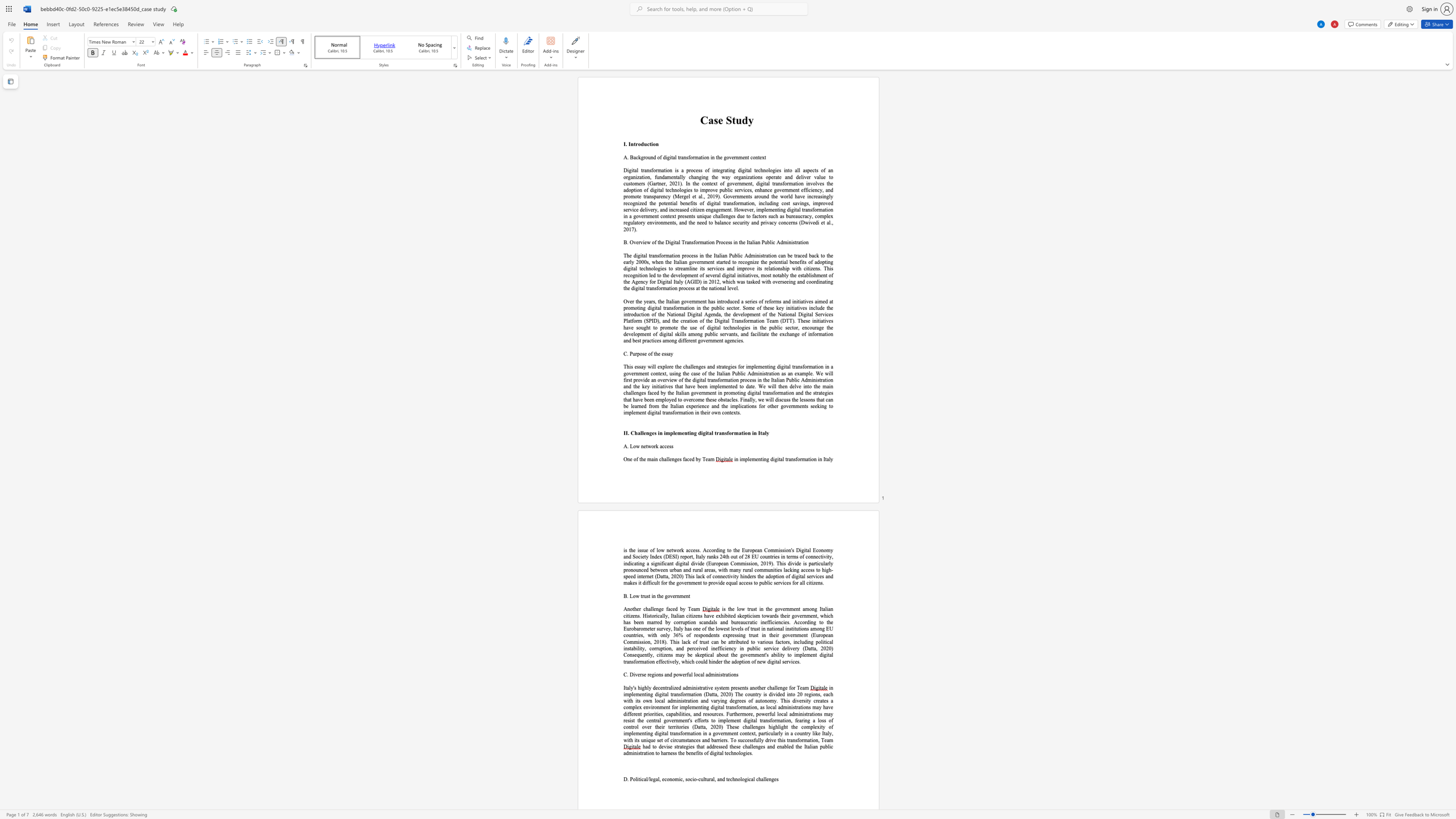 The image size is (1456, 819). I want to click on the subset text "or" within the text "various factors", so click(782, 641).